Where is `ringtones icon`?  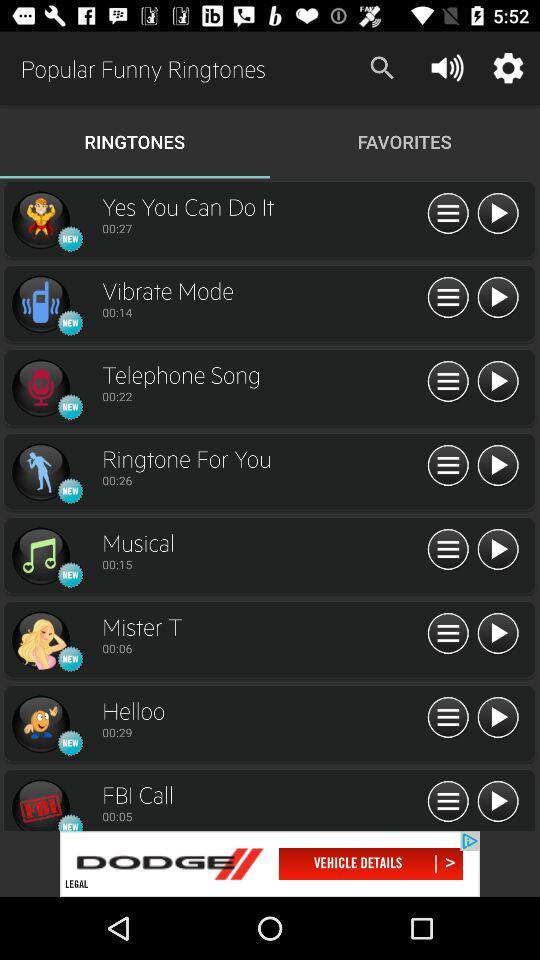 ringtones icon is located at coordinates (40, 387).